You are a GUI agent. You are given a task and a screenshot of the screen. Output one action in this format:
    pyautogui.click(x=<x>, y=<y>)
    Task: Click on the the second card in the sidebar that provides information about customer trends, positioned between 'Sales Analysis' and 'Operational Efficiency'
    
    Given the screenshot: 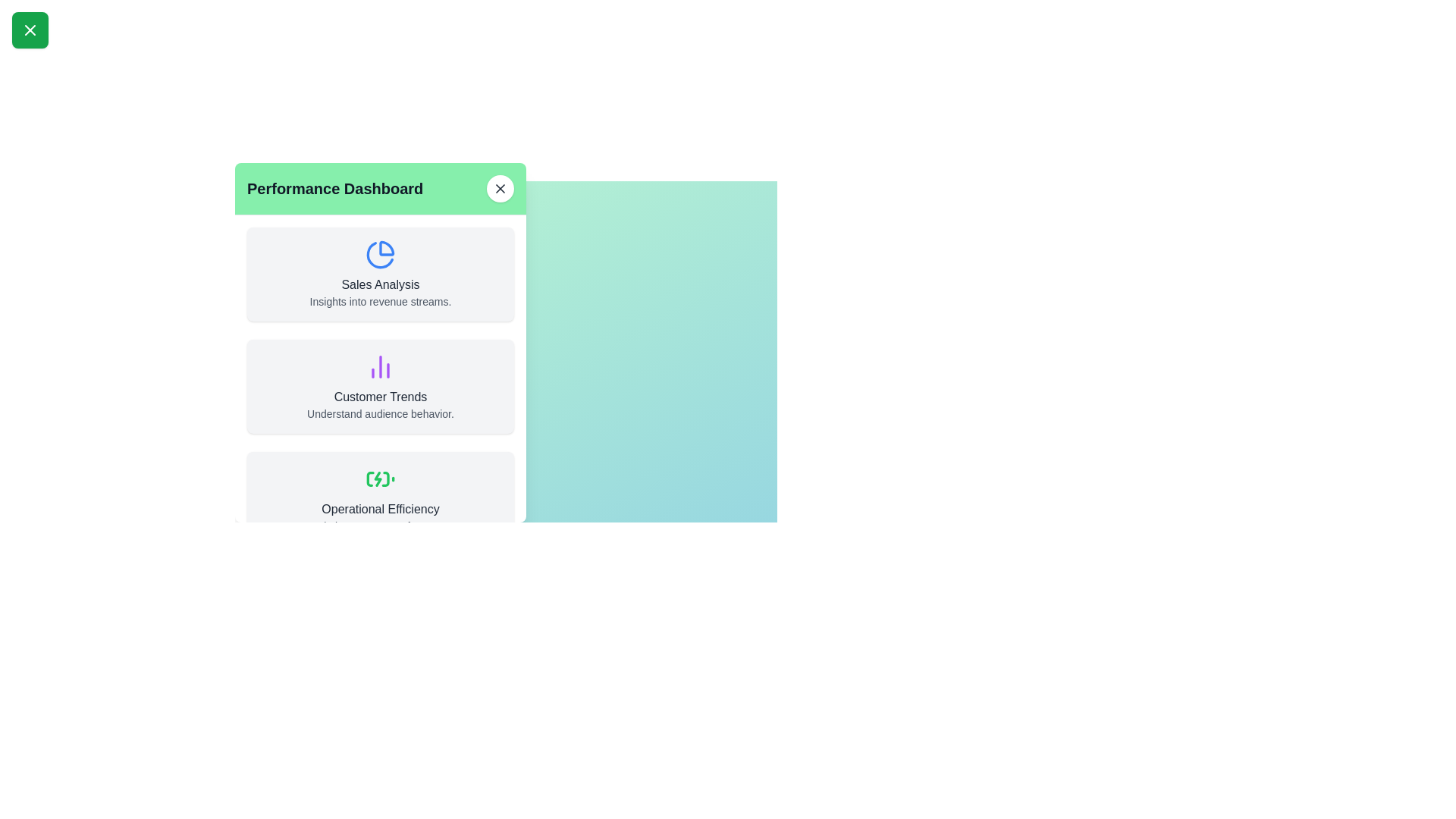 What is the action you would take?
    pyautogui.click(x=381, y=342)
    